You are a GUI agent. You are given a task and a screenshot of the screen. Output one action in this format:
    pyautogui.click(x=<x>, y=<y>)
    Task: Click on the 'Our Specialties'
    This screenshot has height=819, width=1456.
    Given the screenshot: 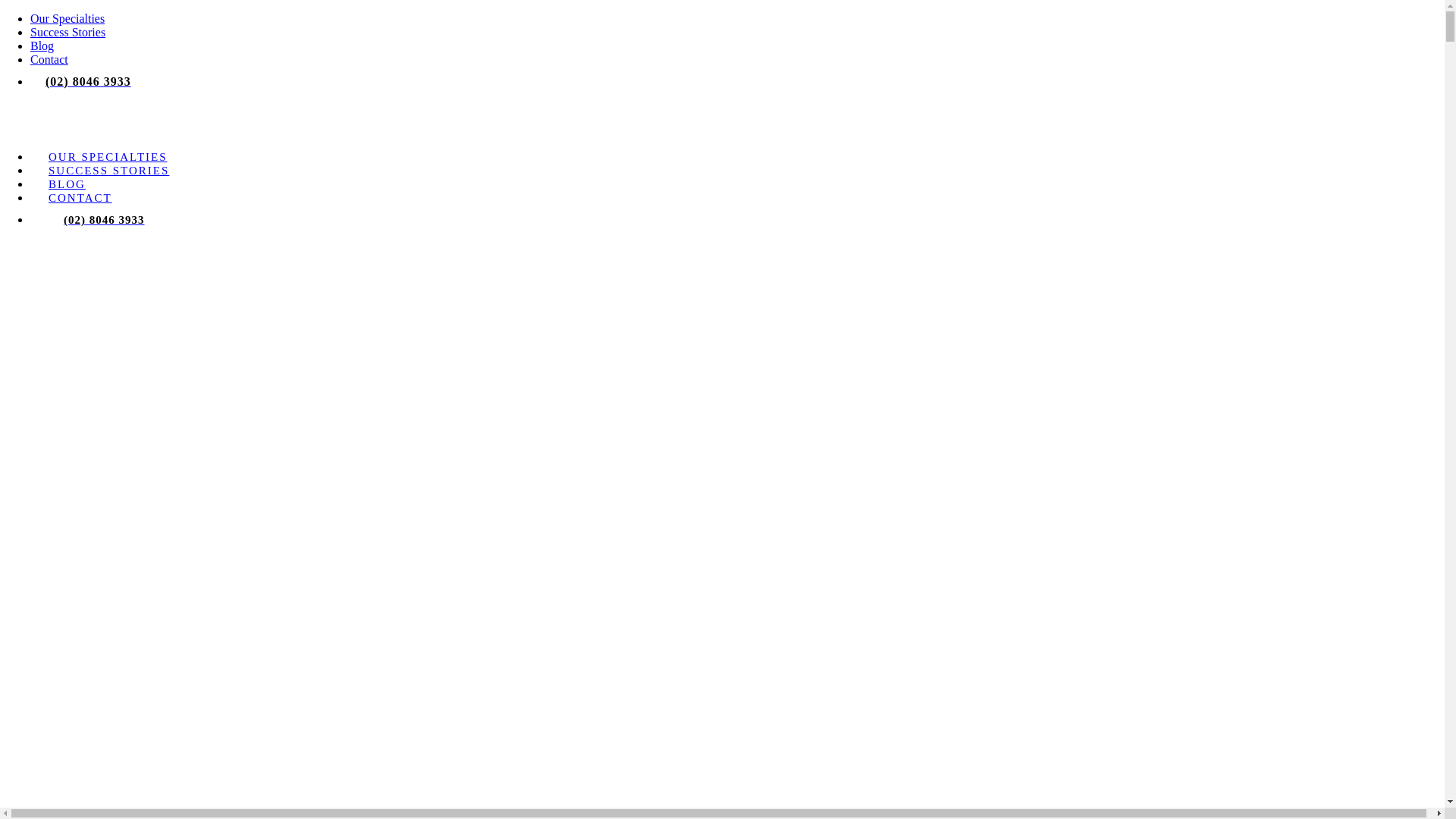 What is the action you would take?
    pyautogui.click(x=67, y=18)
    